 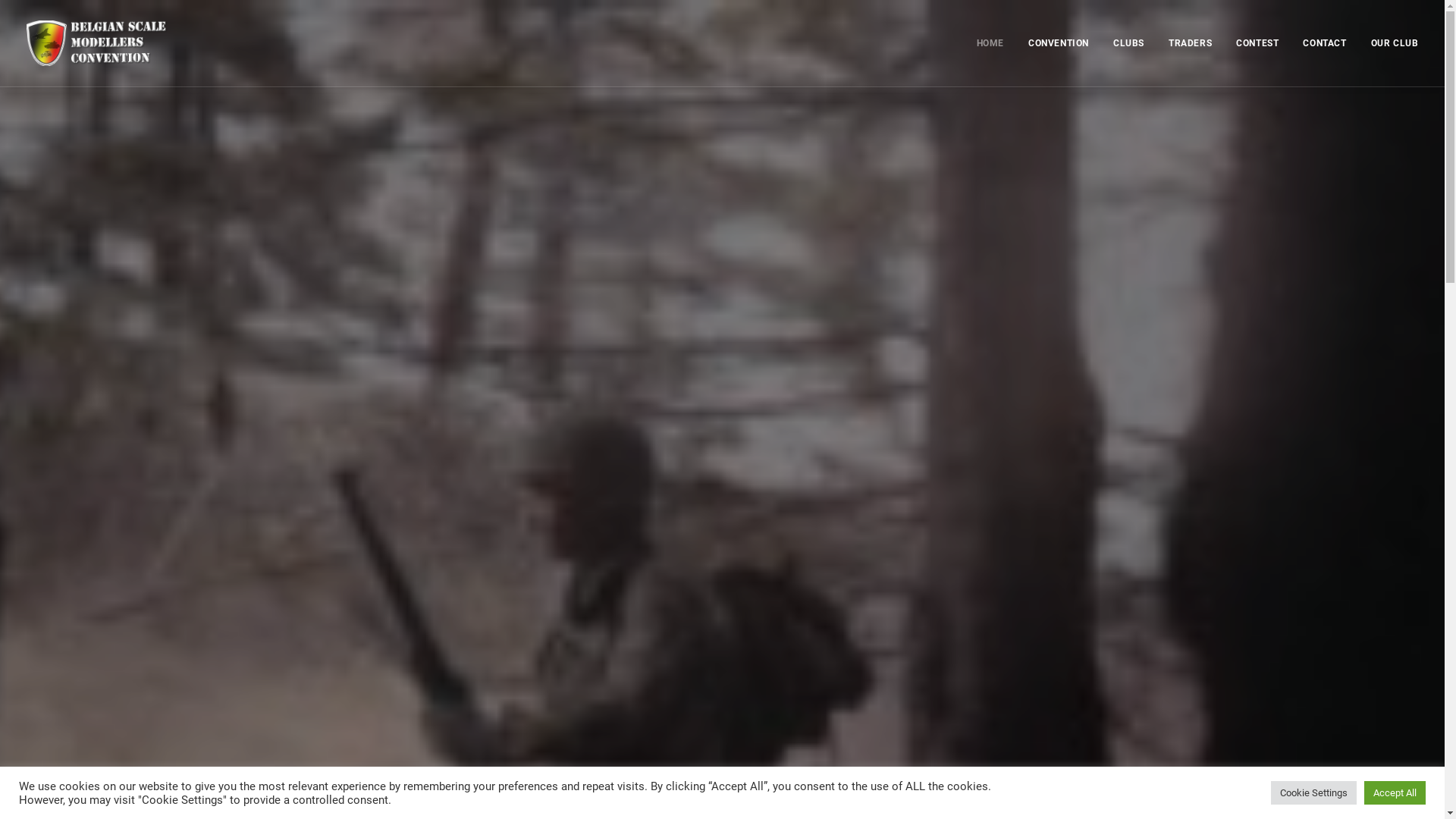 I want to click on 'CLUBS', so click(x=1103, y=42).